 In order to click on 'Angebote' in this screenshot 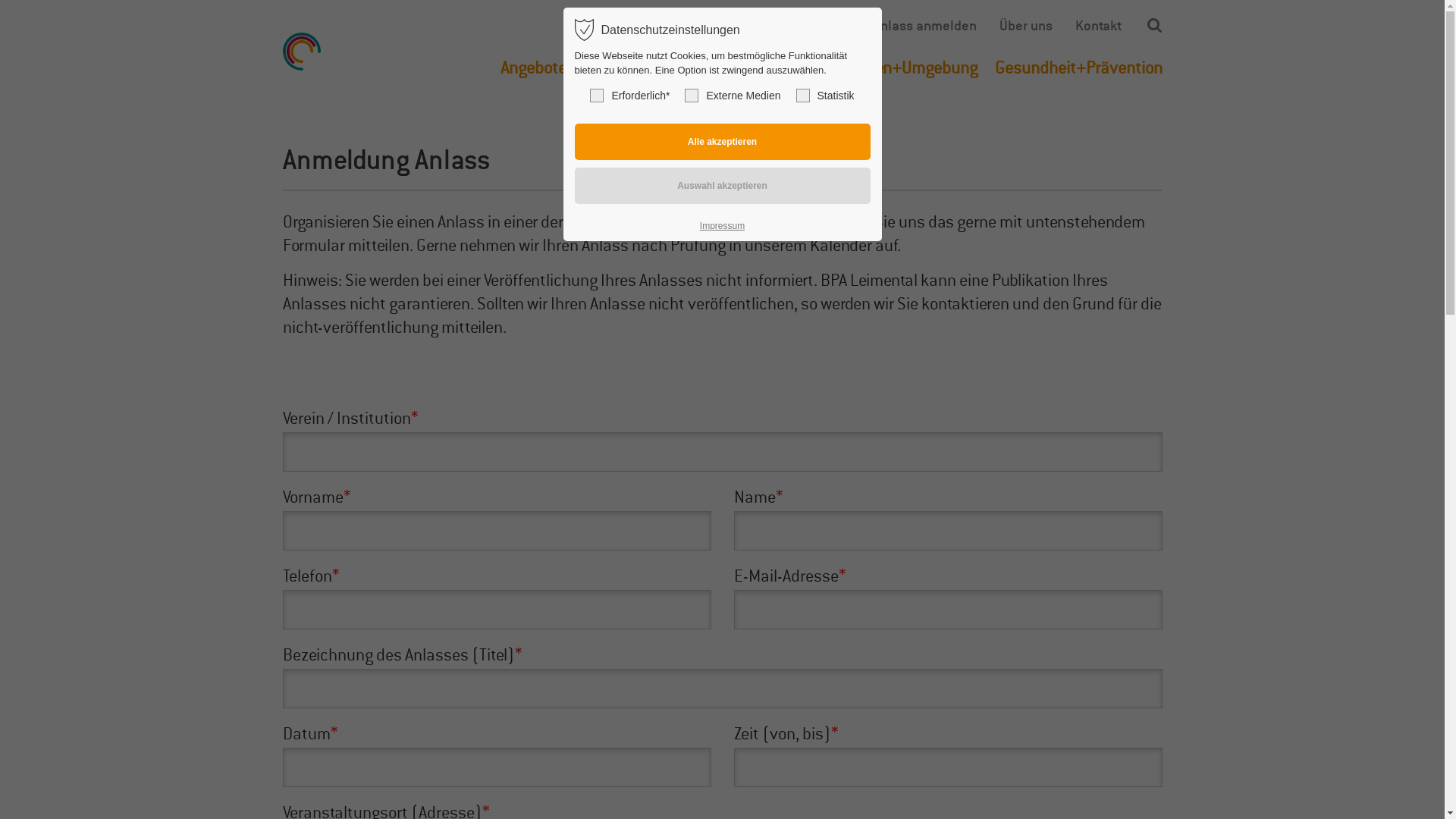, I will do `click(533, 67)`.